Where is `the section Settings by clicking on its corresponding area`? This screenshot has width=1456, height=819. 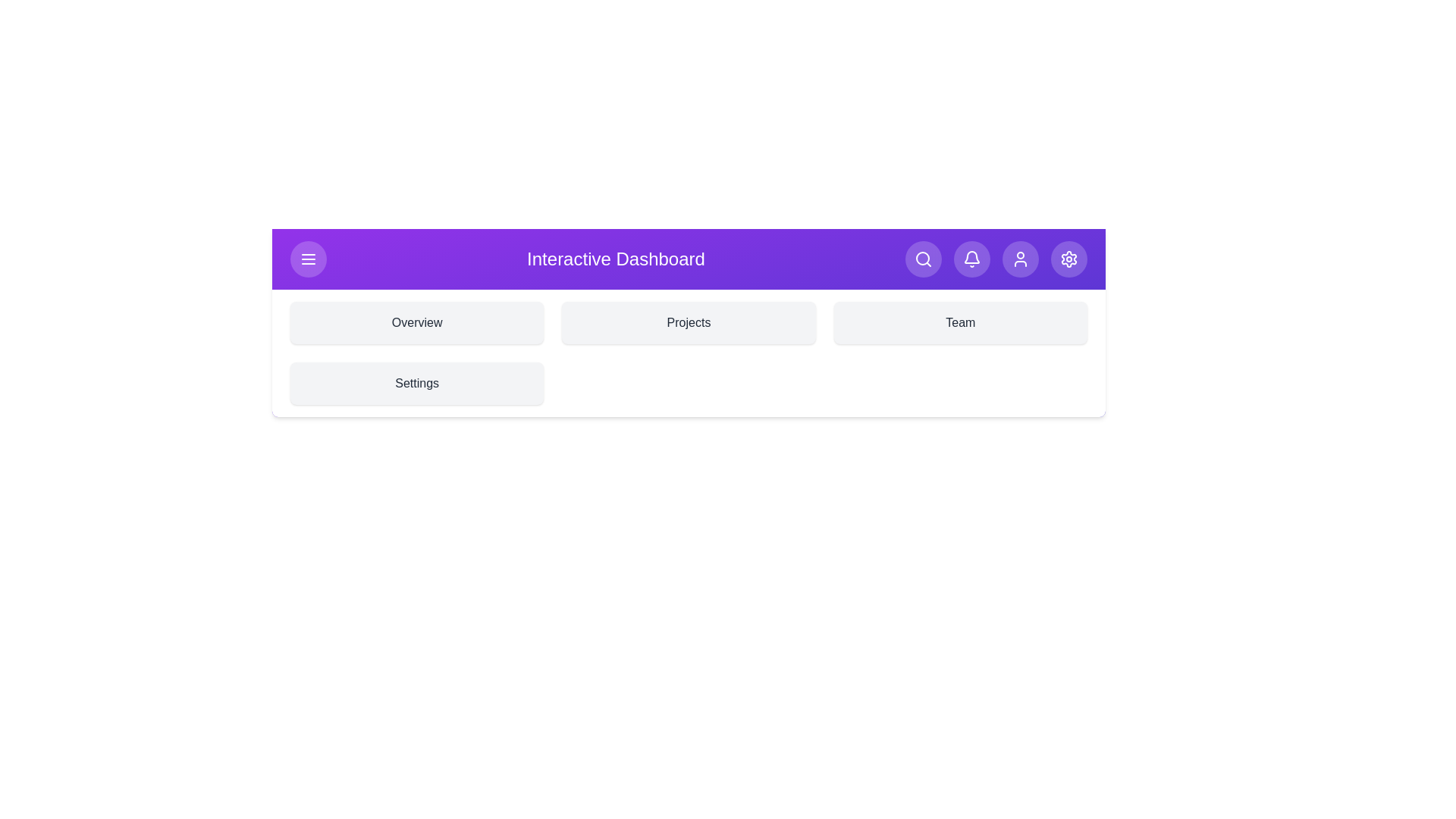
the section Settings by clicking on its corresponding area is located at coordinates (417, 382).